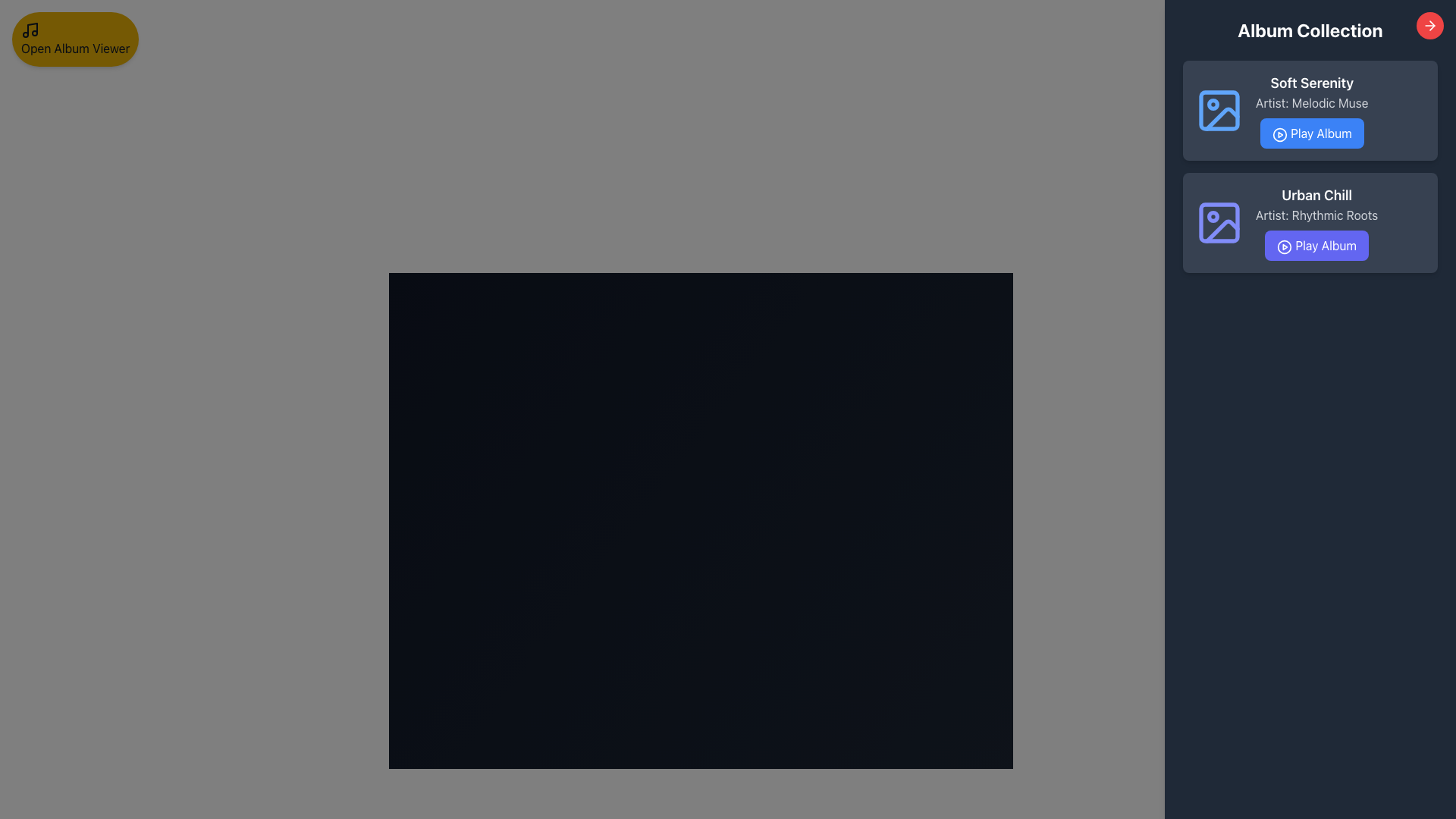 Image resolution: width=1456 pixels, height=819 pixels. I want to click on the album thumbnail icon for 'Soft Serenity', which is the first visual element in the top-left corner of its card in the right sidebar, so click(1219, 110).